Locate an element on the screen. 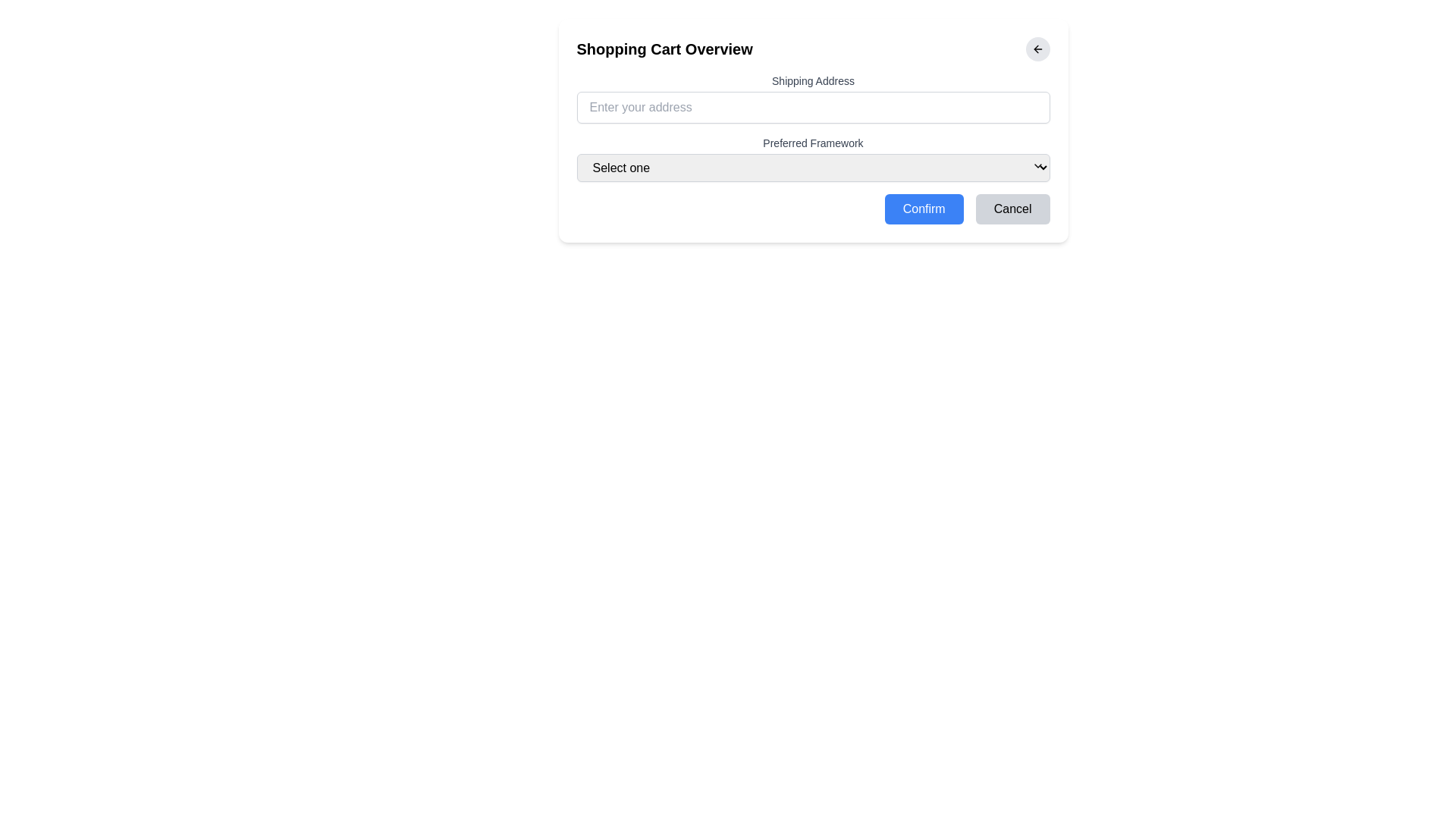 The height and width of the screenshot is (819, 1456). the 'Cancel' button, which is a rectangular button with rounded corners featuring the text 'Cancel' in black font on a light gray background, located to the right of the 'Confirm' button is located at coordinates (1012, 209).